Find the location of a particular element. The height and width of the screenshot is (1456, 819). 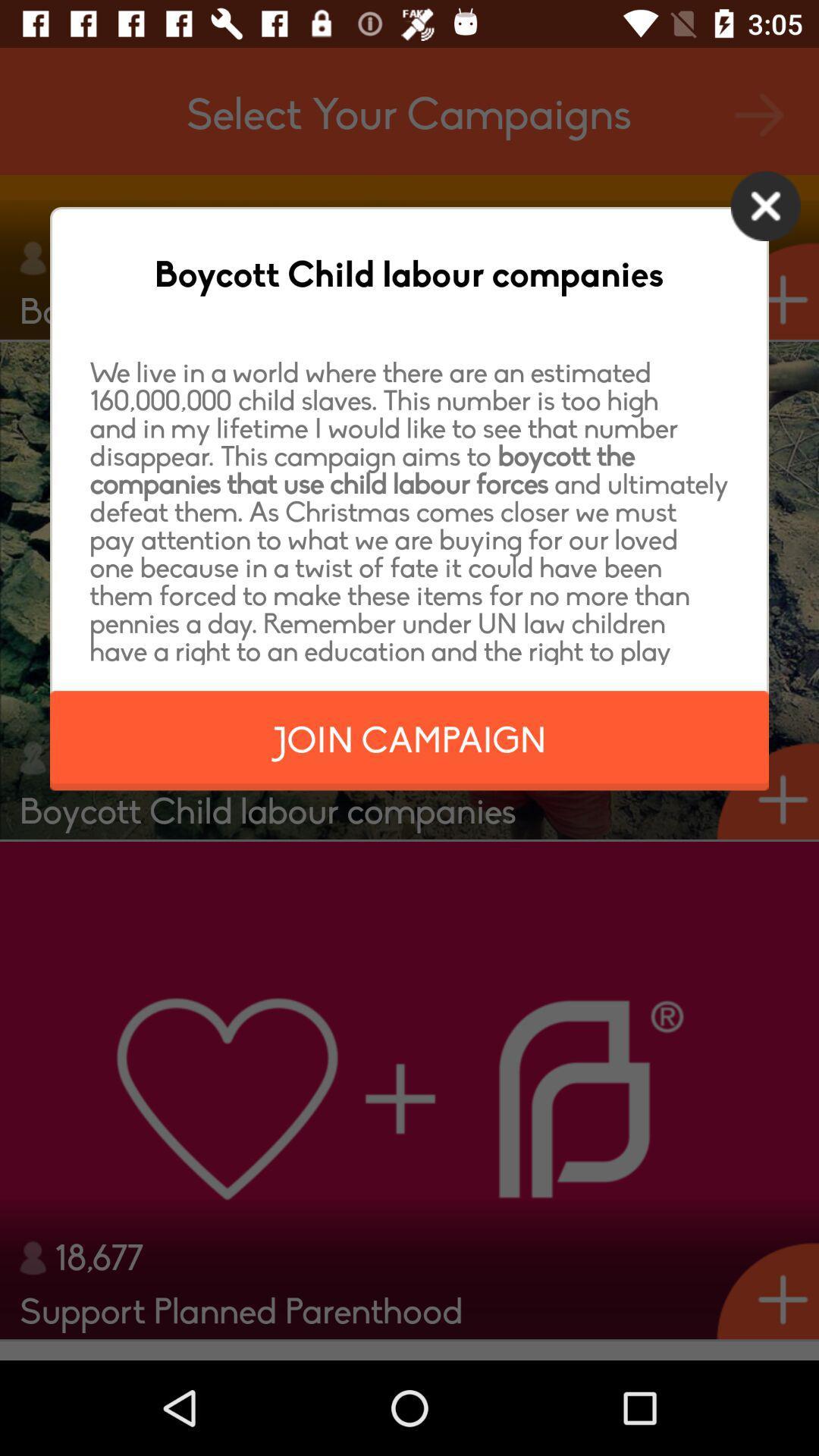

the close icon is located at coordinates (765, 212).